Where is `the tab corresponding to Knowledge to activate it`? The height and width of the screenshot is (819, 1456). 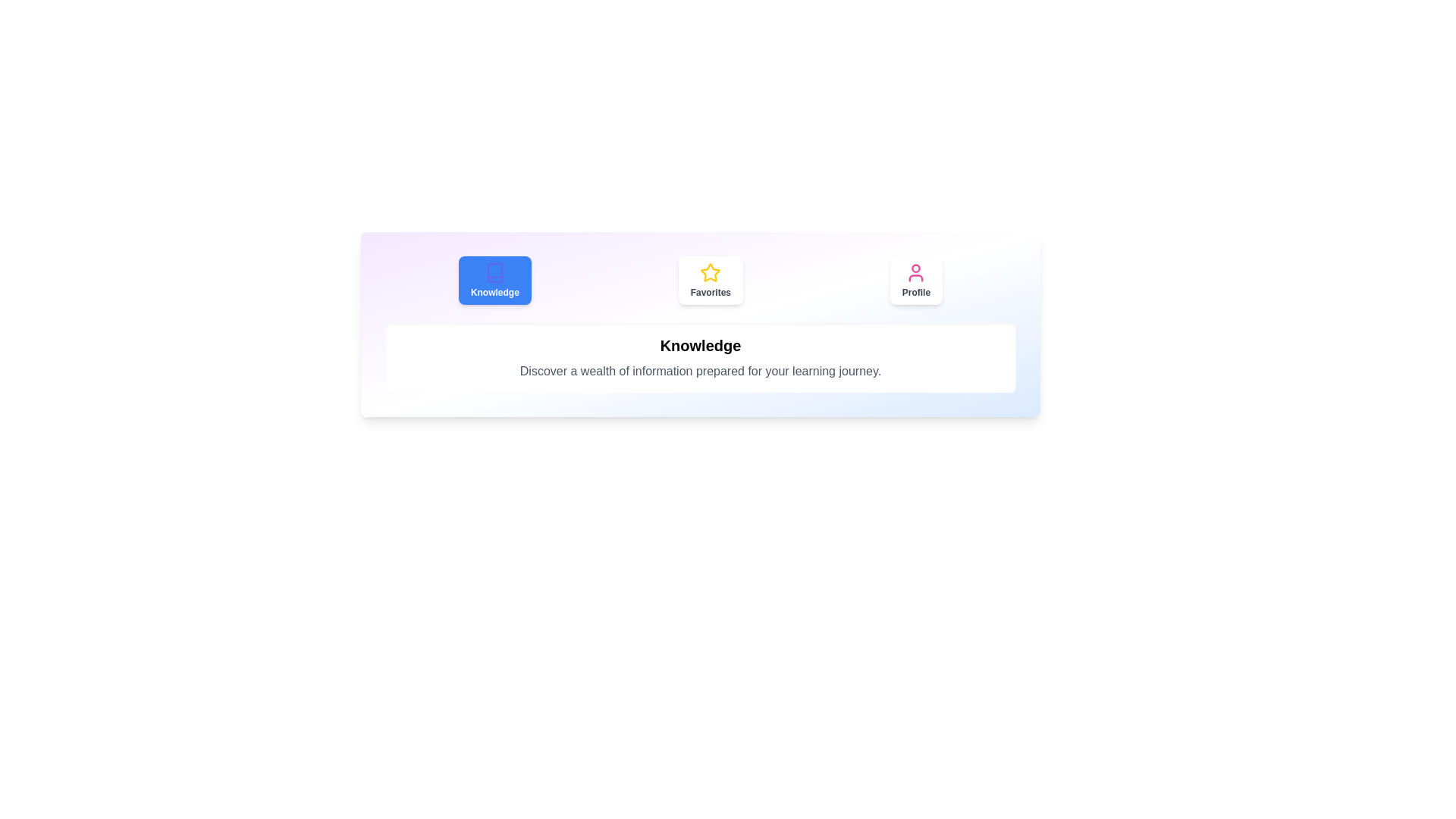 the tab corresponding to Knowledge to activate it is located at coordinates (494, 281).